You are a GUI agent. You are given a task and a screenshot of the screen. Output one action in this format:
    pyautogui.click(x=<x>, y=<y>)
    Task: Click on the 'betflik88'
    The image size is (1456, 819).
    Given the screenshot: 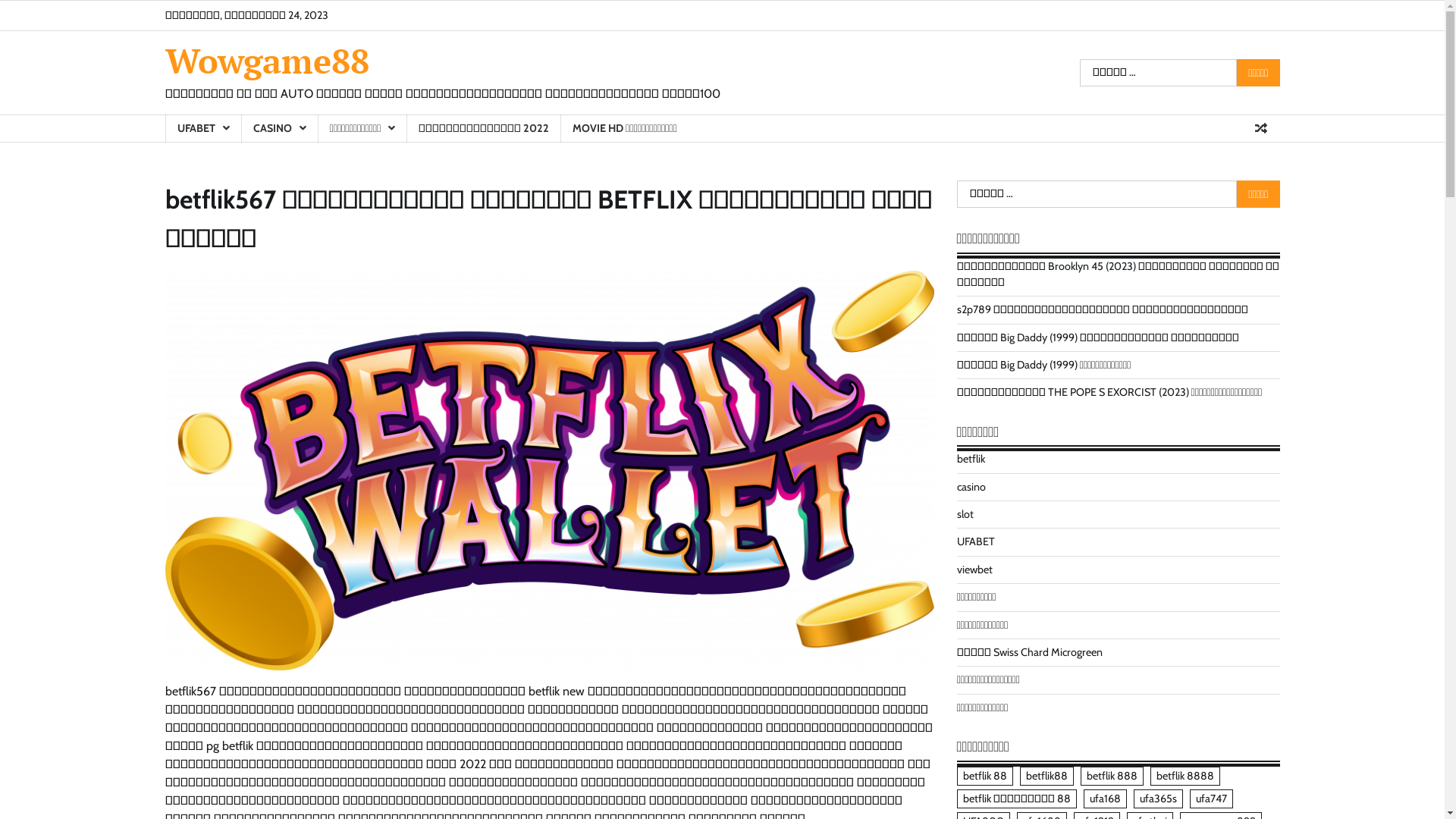 What is the action you would take?
    pyautogui.click(x=1045, y=776)
    